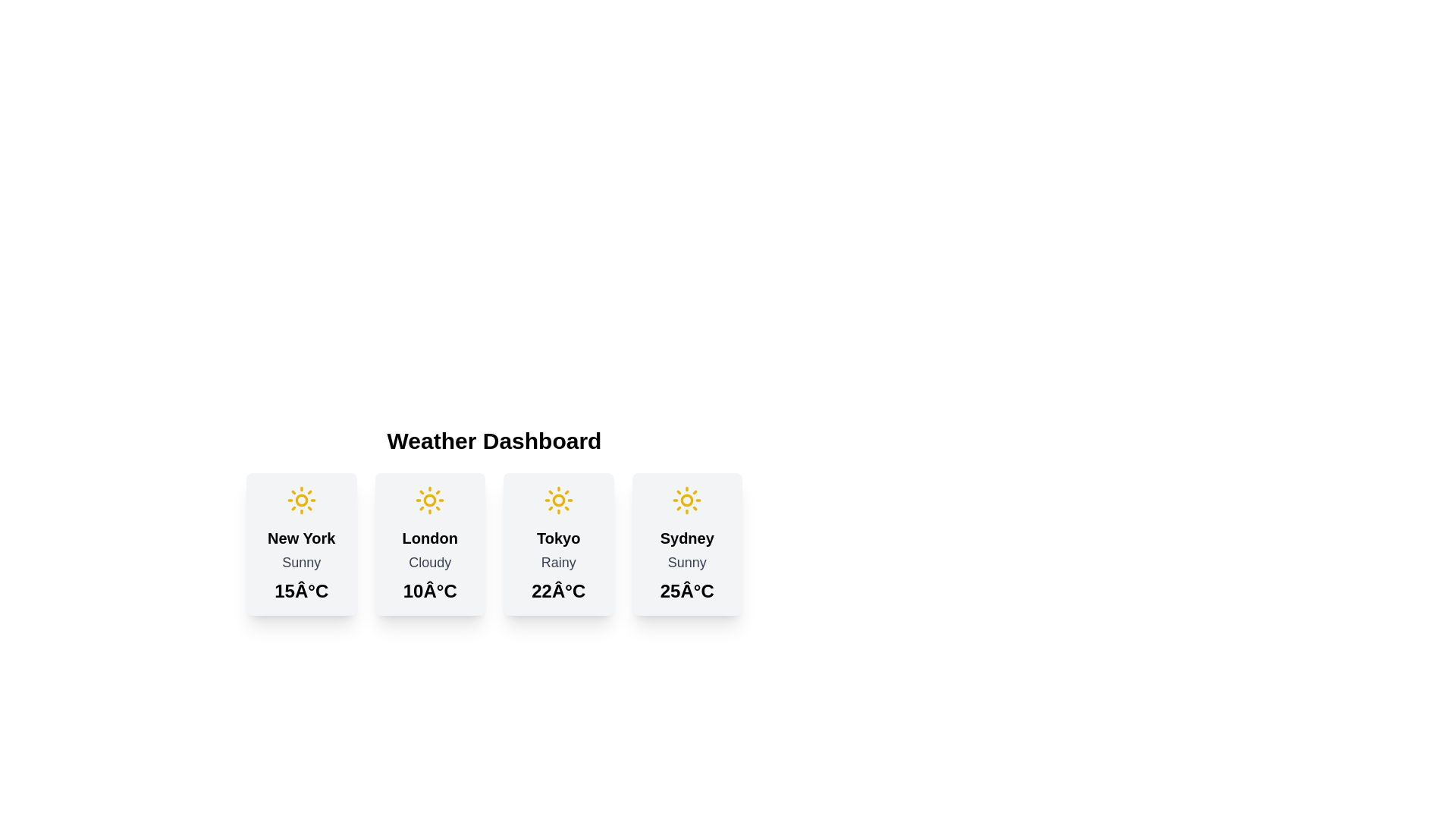 This screenshot has width=1456, height=819. What do you see at coordinates (429, 537) in the screenshot?
I see `the text label displaying 'London'` at bounding box center [429, 537].